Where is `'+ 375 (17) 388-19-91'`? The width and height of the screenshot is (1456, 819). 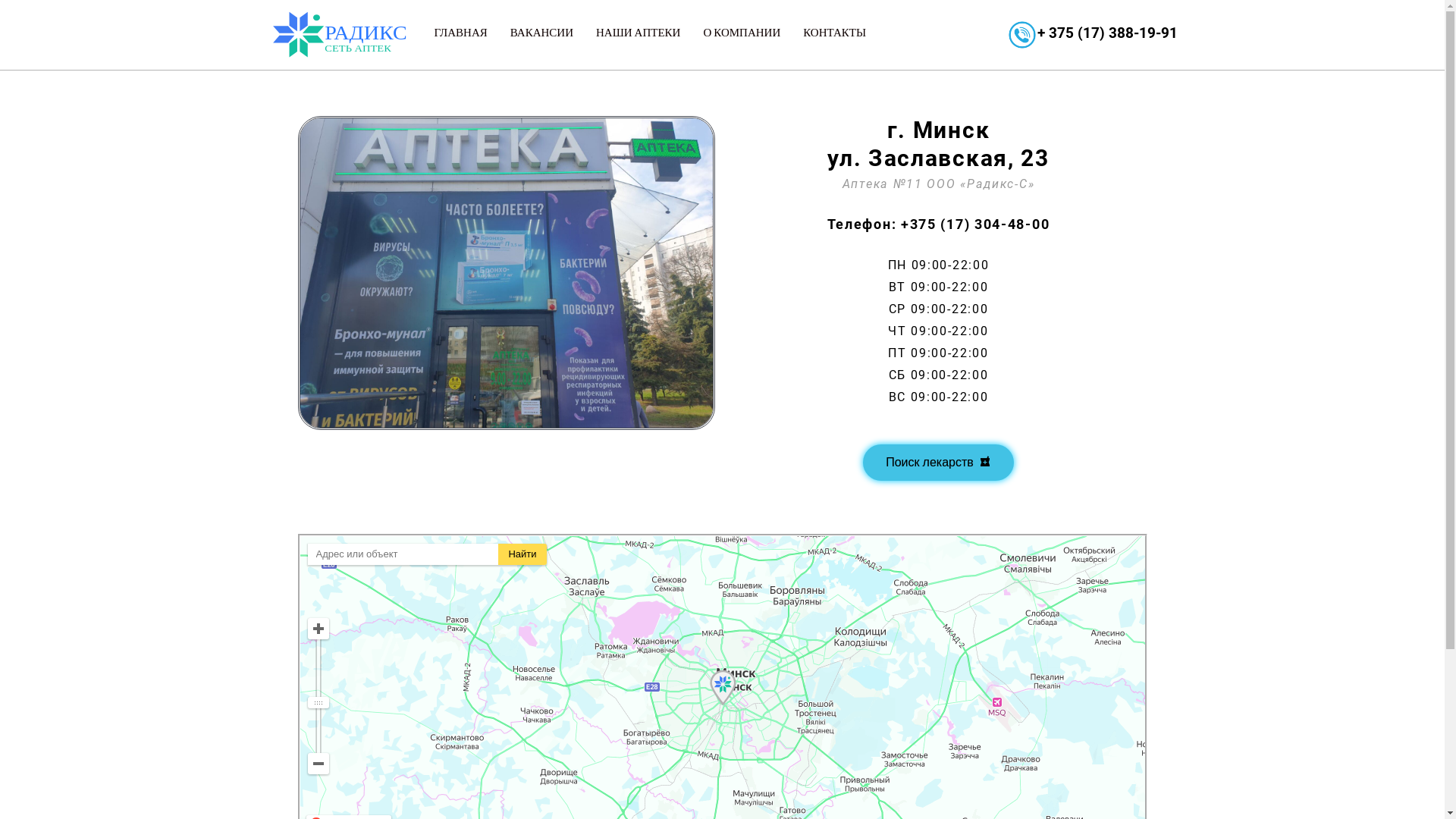
'+ 375 (17) 388-19-91' is located at coordinates (1037, 33).